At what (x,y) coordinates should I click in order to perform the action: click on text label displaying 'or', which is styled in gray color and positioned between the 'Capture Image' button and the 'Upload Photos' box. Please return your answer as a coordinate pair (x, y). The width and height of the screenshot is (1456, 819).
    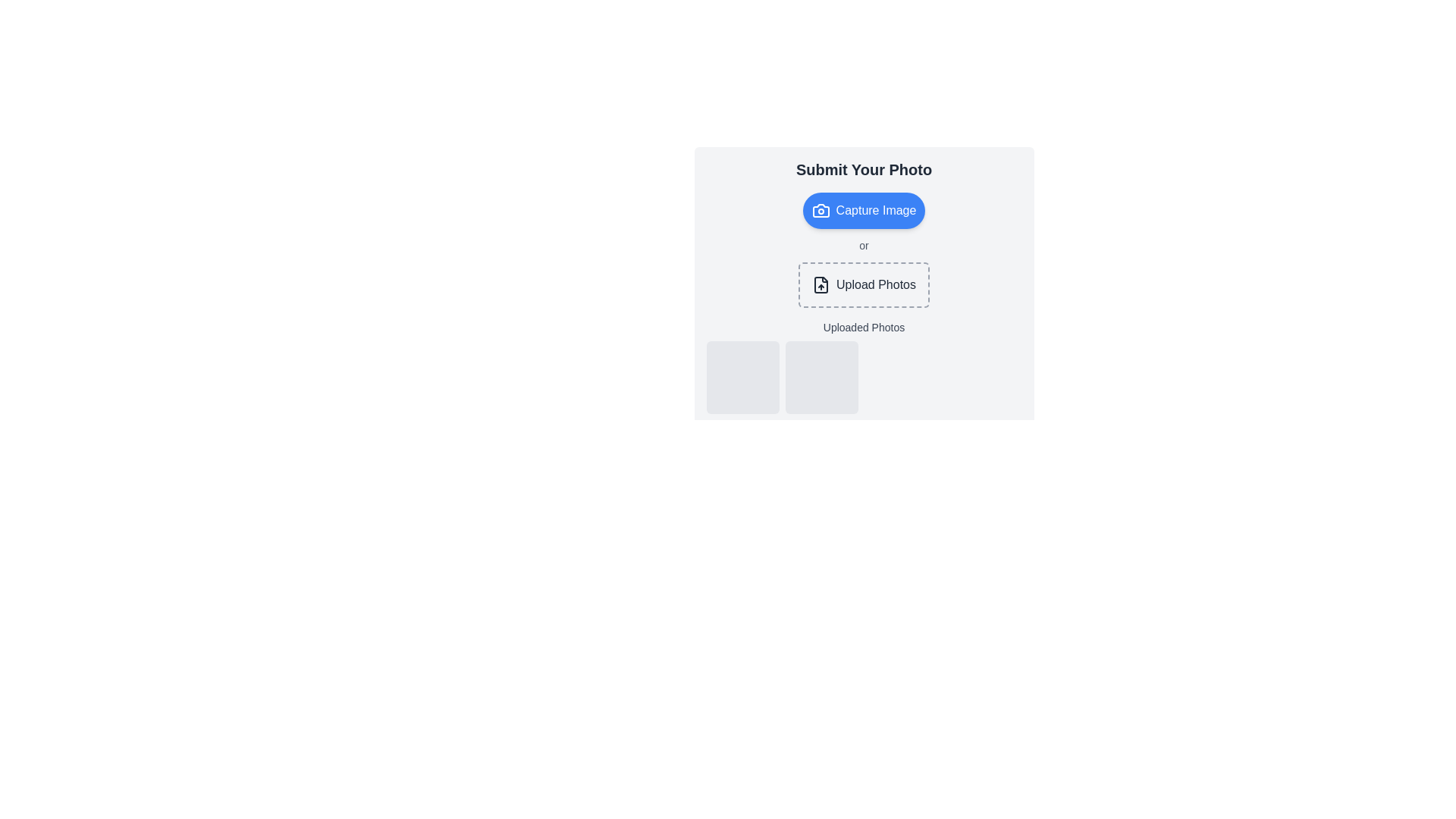
    Looking at the image, I should click on (864, 245).